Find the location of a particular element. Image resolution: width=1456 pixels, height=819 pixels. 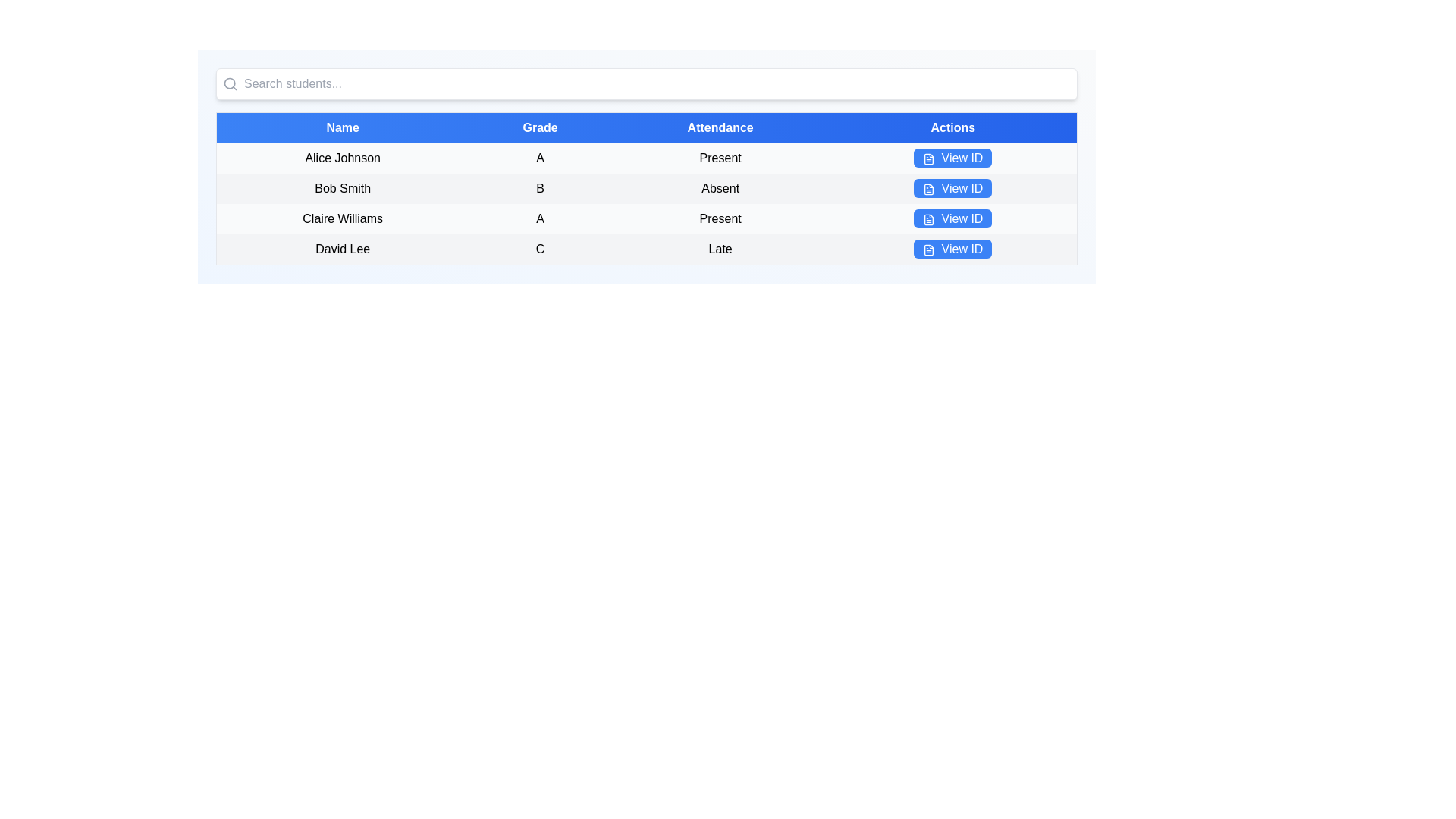

the third row in the table that displays data points like name and status, and includes an actionable button for viewing more details is located at coordinates (647, 219).